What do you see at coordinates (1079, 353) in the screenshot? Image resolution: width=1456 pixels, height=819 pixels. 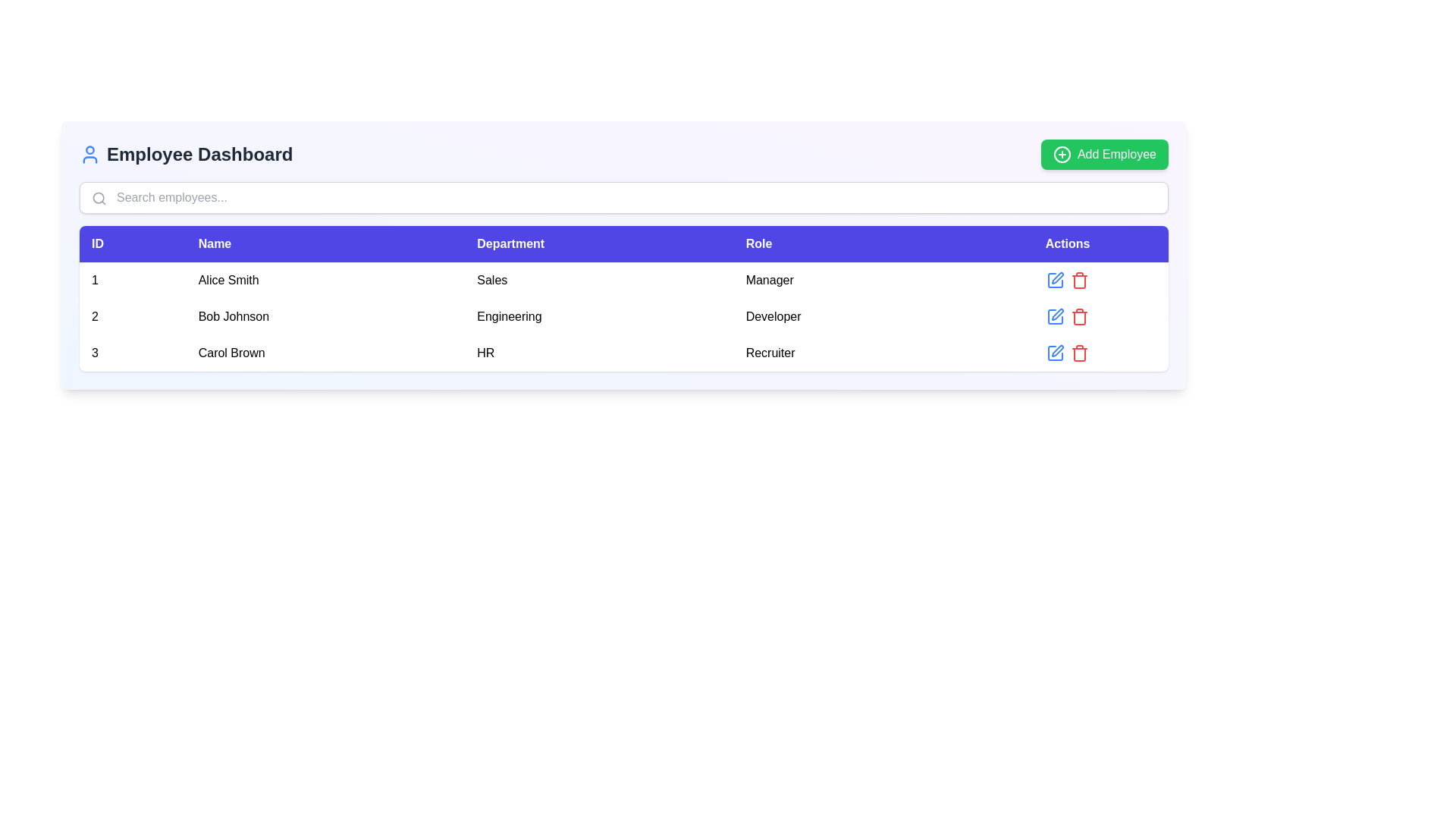 I see `the delete icon button located in the 'Actions' column of the third row in the table` at bounding box center [1079, 353].